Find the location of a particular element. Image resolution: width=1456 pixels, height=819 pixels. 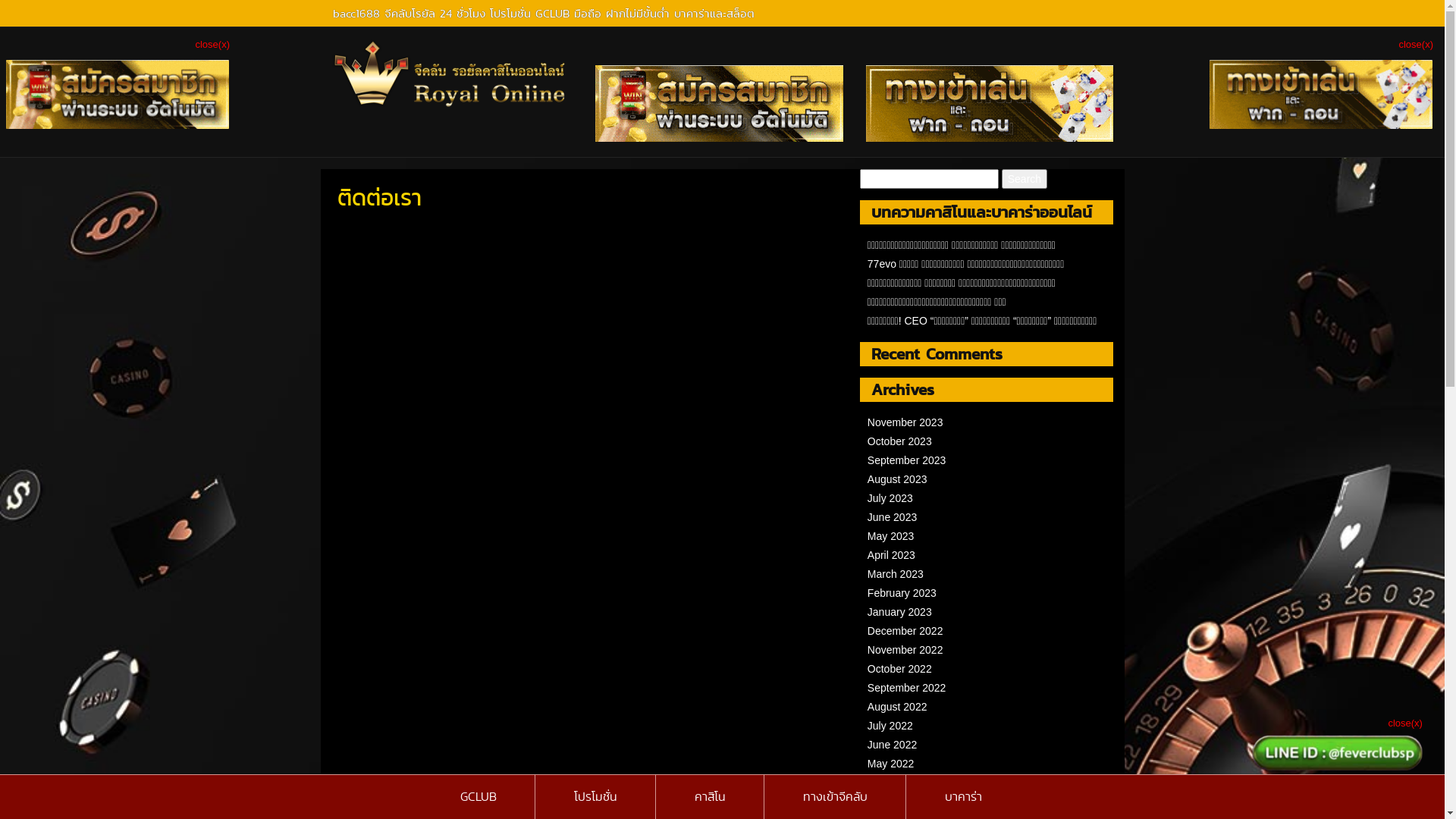

'July 2022' is located at coordinates (867, 724).